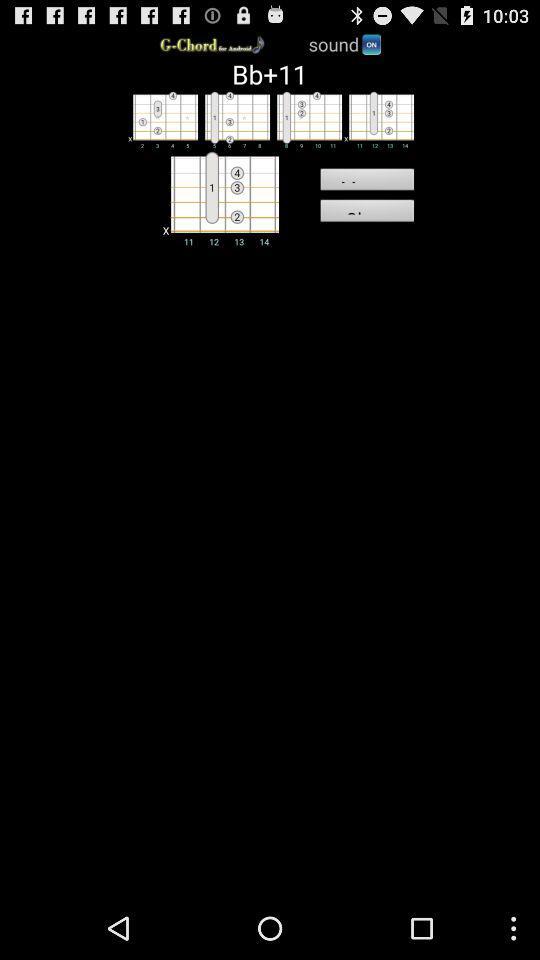 Image resolution: width=540 pixels, height=960 pixels. Describe the element at coordinates (217, 197) in the screenshot. I see `choose cord` at that location.